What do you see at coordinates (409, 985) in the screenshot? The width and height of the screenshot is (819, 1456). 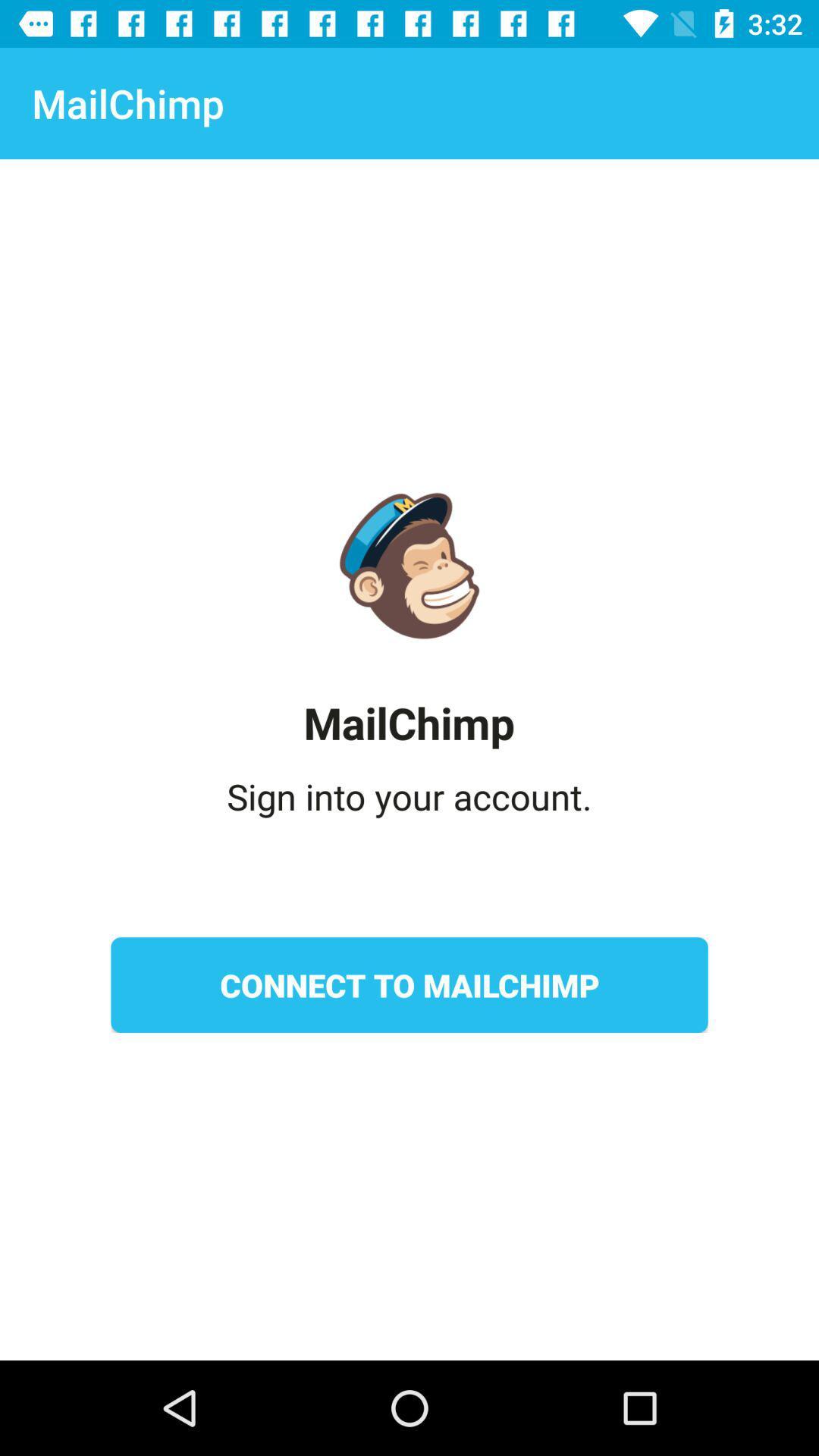 I see `the connect to mailchimp item` at bounding box center [409, 985].